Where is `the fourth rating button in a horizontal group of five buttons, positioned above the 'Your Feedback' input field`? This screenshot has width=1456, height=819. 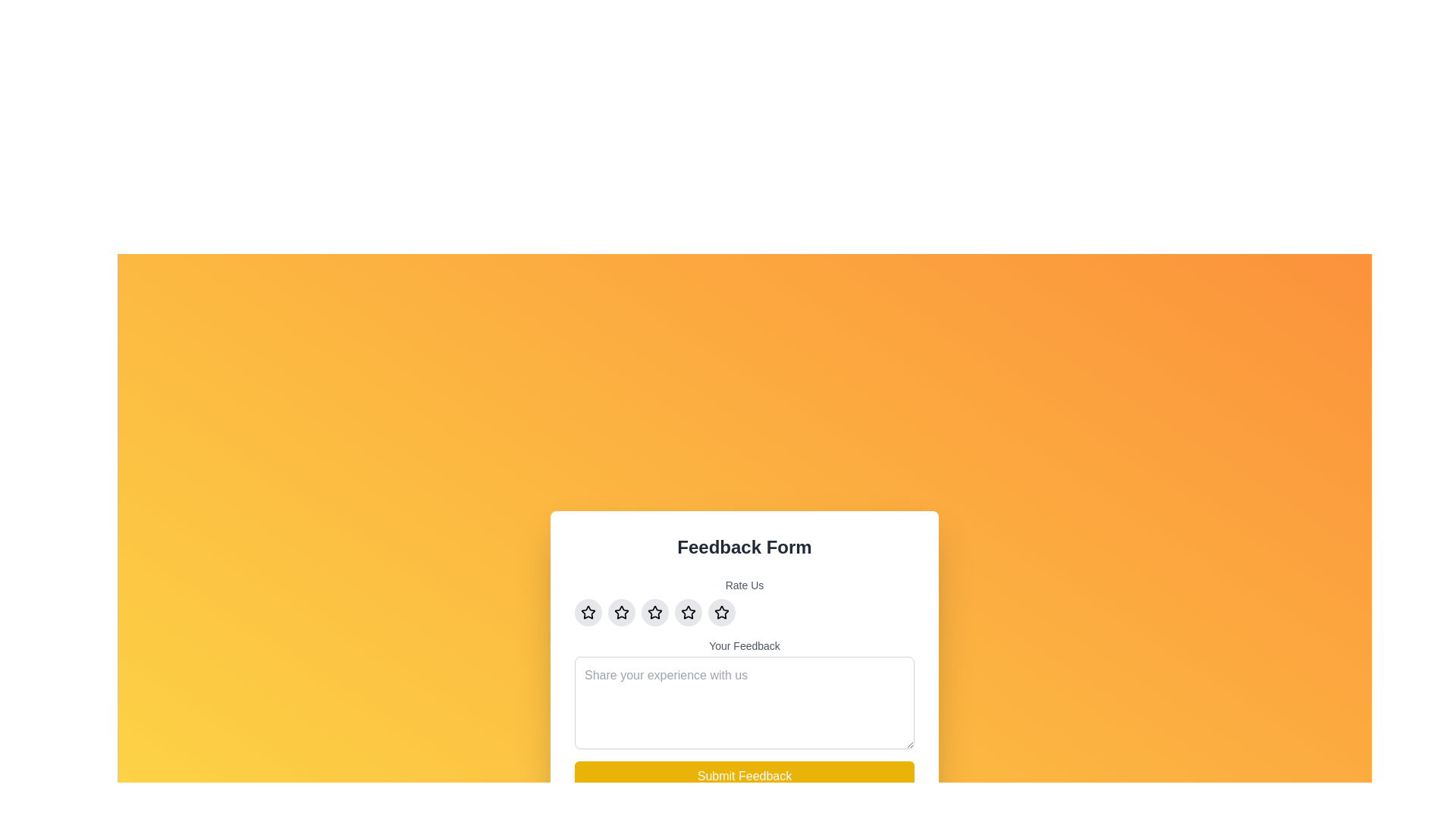
the fourth rating button in a horizontal group of five buttons, positioned above the 'Your Feedback' input field is located at coordinates (687, 611).